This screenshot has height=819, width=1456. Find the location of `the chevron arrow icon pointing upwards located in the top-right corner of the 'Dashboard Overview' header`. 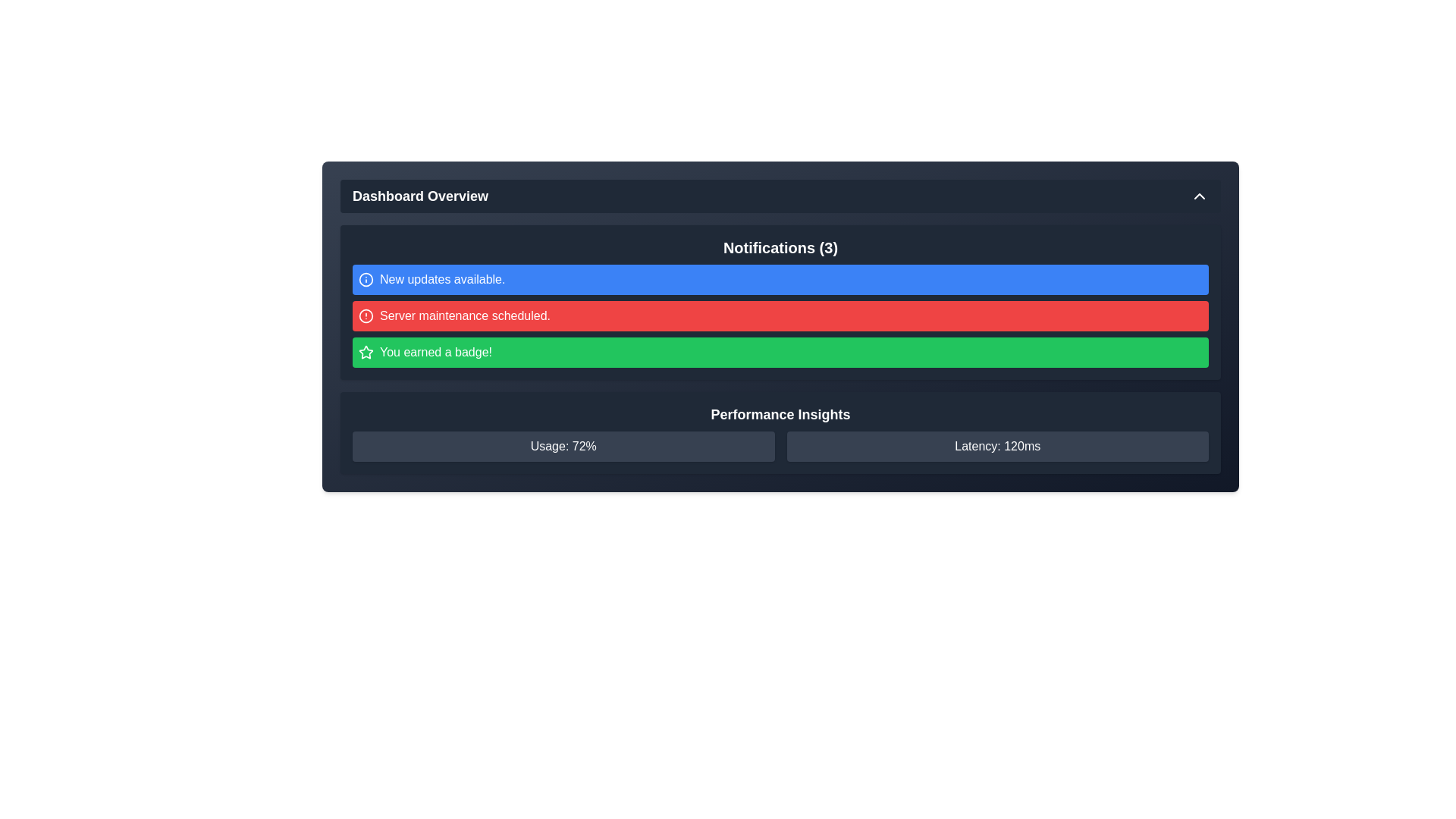

the chevron arrow icon pointing upwards located in the top-right corner of the 'Dashboard Overview' header is located at coordinates (1199, 195).